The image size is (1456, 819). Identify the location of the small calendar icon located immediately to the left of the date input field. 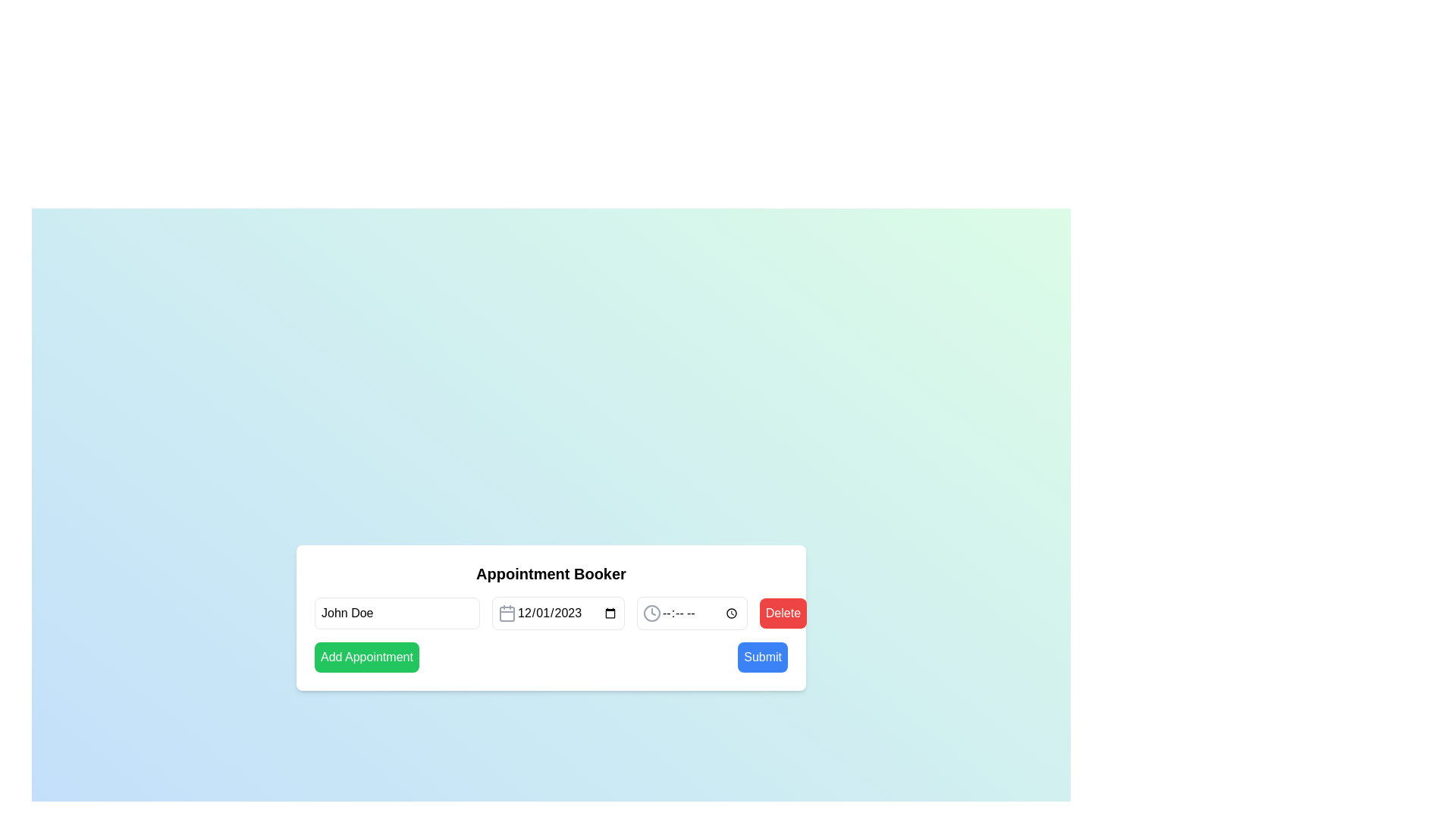
(507, 613).